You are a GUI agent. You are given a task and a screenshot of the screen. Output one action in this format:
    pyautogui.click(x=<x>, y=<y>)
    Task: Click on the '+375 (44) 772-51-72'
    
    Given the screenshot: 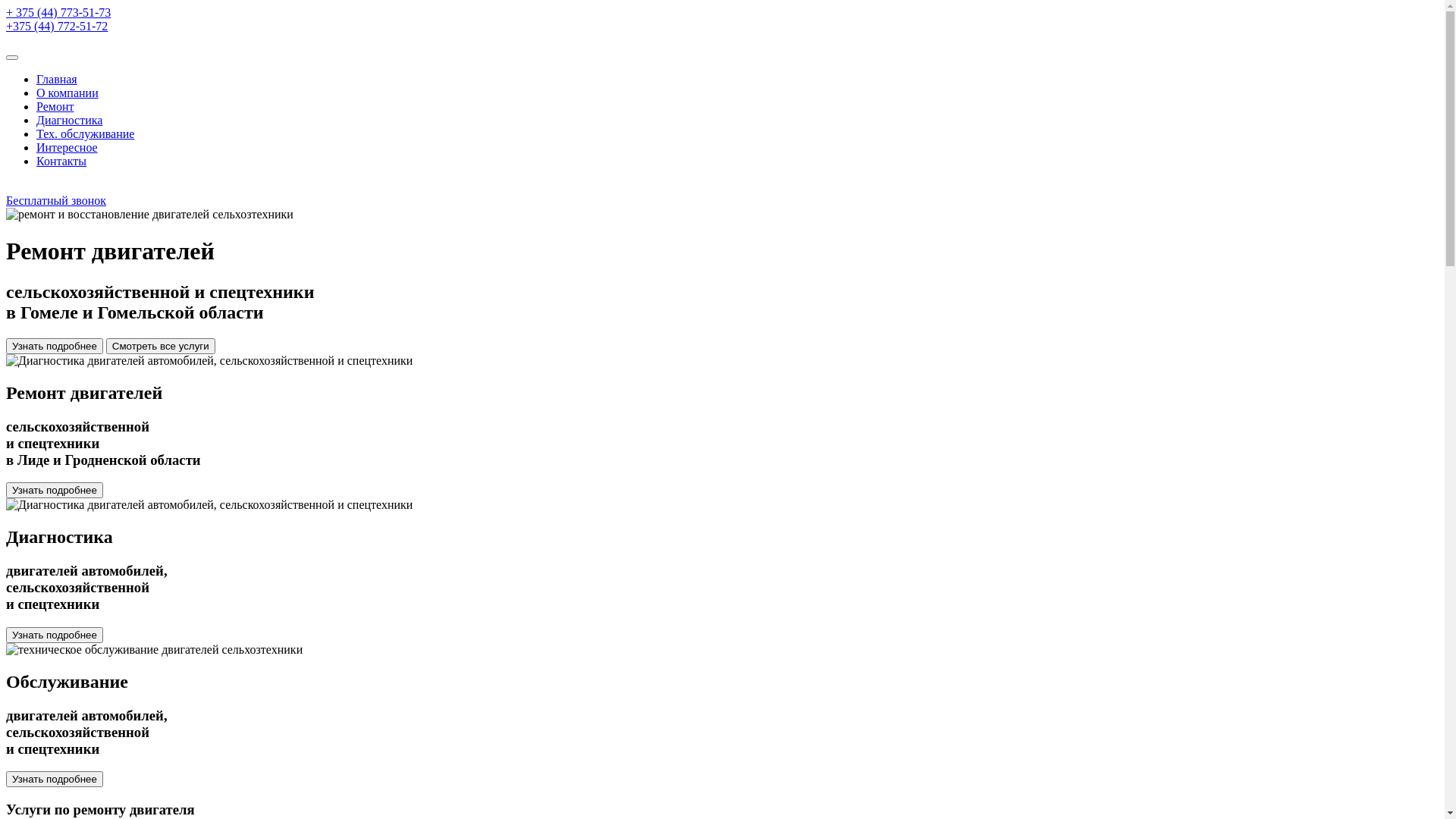 What is the action you would take?
    pyautogui.click(x=57, y=26)
    